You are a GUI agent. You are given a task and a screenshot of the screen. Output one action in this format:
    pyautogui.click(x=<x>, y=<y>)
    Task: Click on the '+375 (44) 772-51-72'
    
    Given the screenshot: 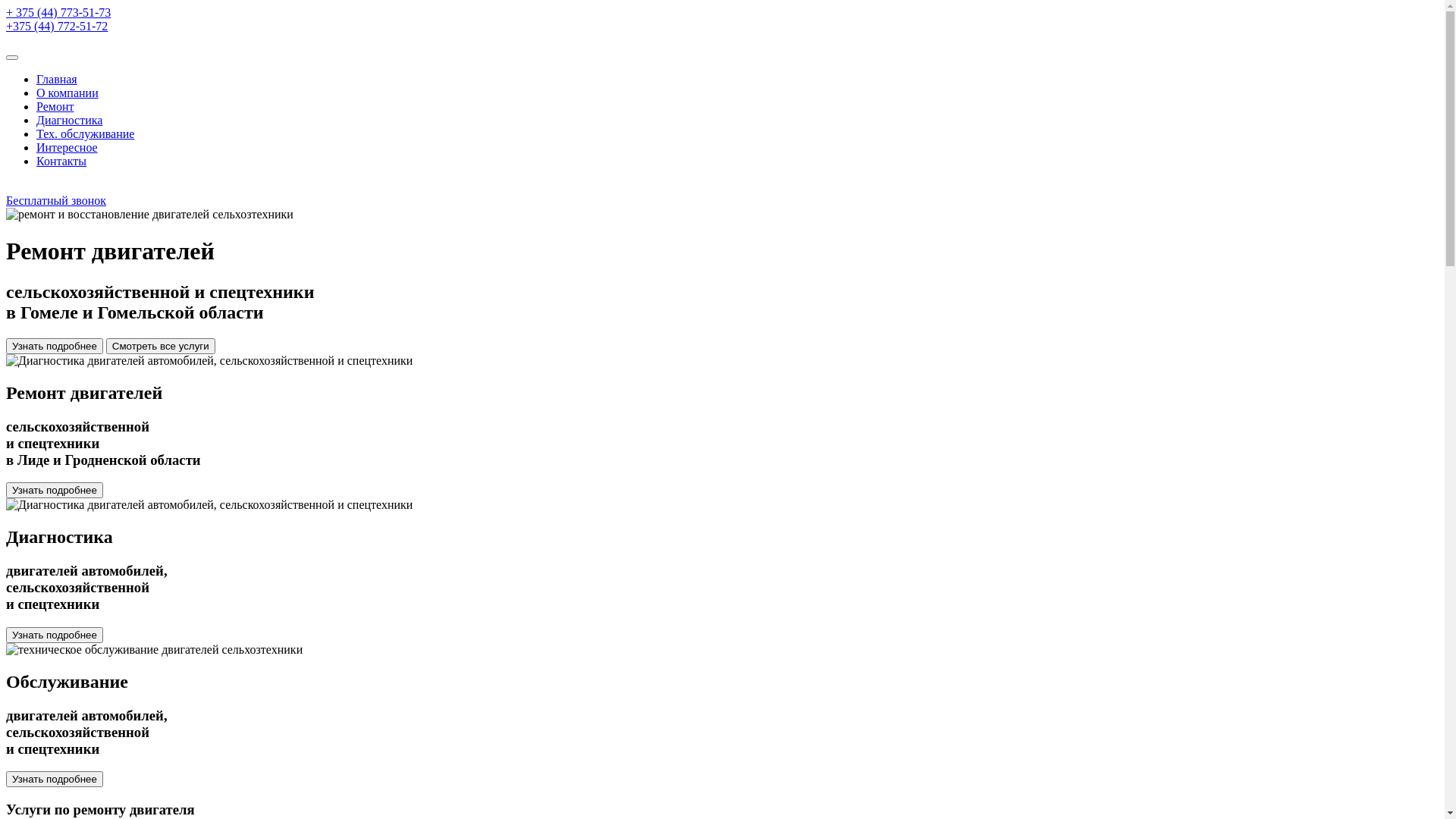 What is the action you would take?
    pyautogui.click(x=57, y=26)
    